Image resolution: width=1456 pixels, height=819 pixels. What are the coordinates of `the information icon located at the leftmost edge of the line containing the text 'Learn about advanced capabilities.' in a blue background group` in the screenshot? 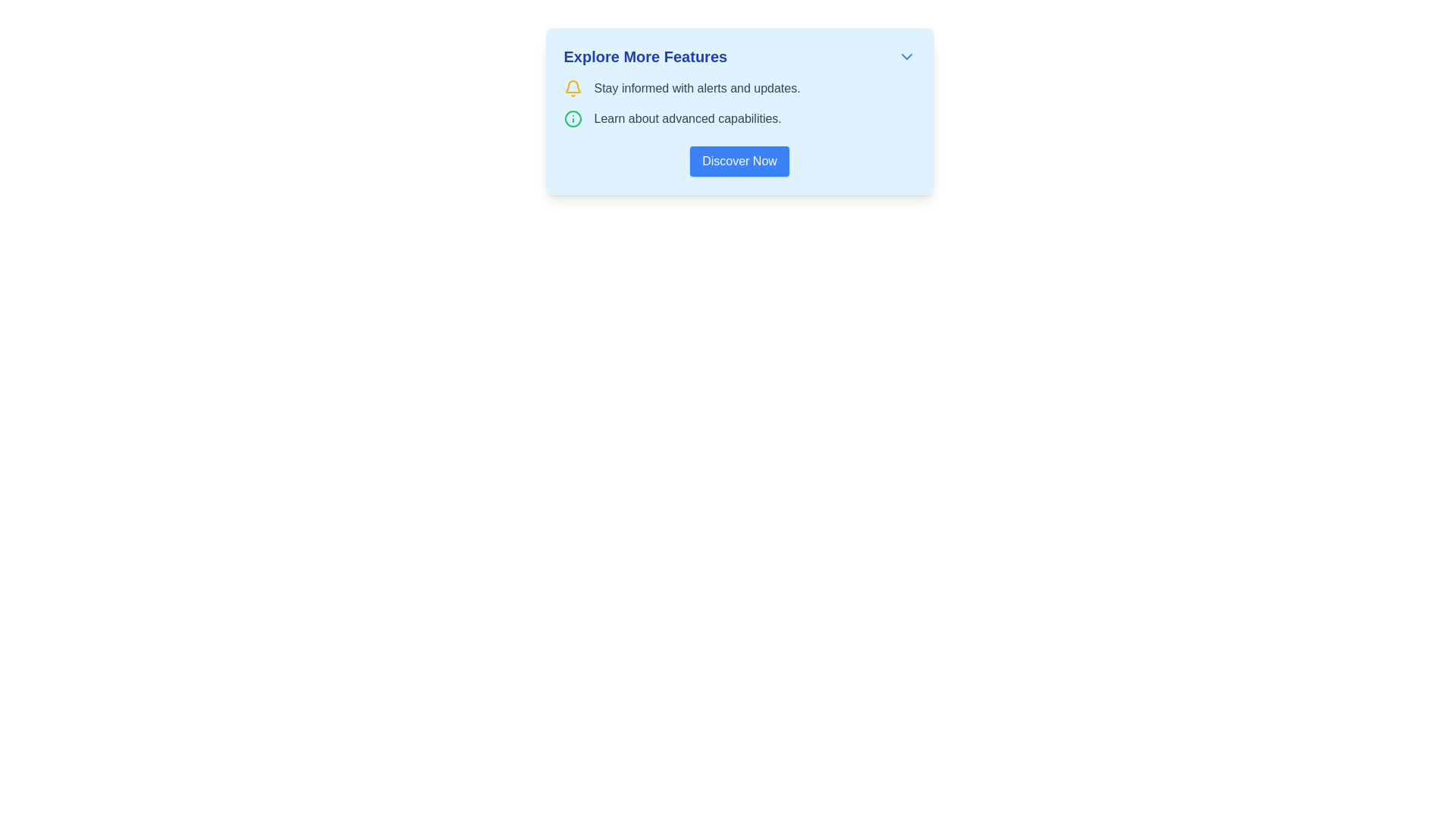 It's located at (572, 118).